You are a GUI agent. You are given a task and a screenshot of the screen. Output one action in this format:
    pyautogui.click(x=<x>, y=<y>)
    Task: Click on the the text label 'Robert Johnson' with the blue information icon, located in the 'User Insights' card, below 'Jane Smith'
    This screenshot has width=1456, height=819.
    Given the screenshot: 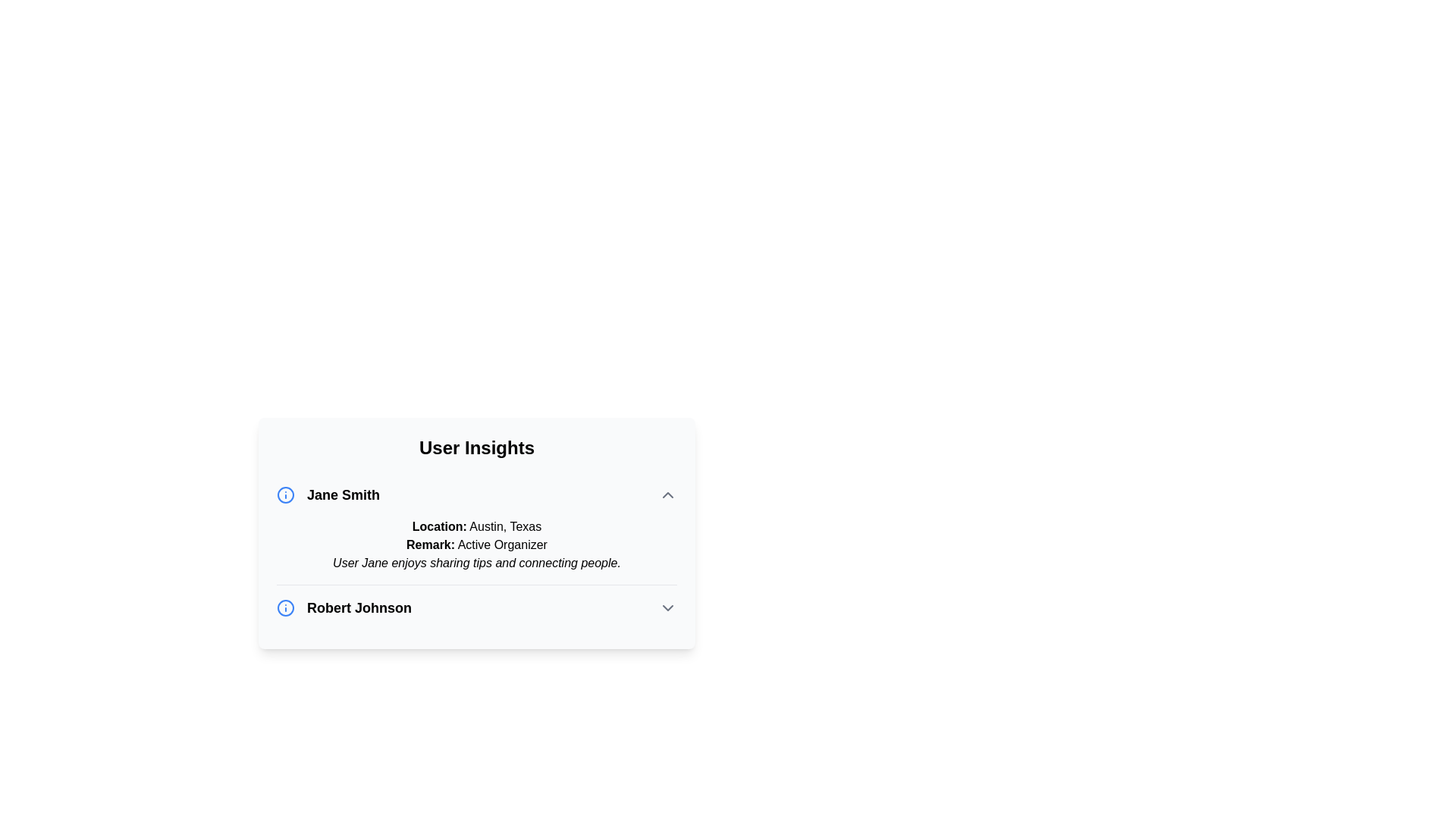 What is the action you would take?
    pyautogui.click(x=344, y=607)
    